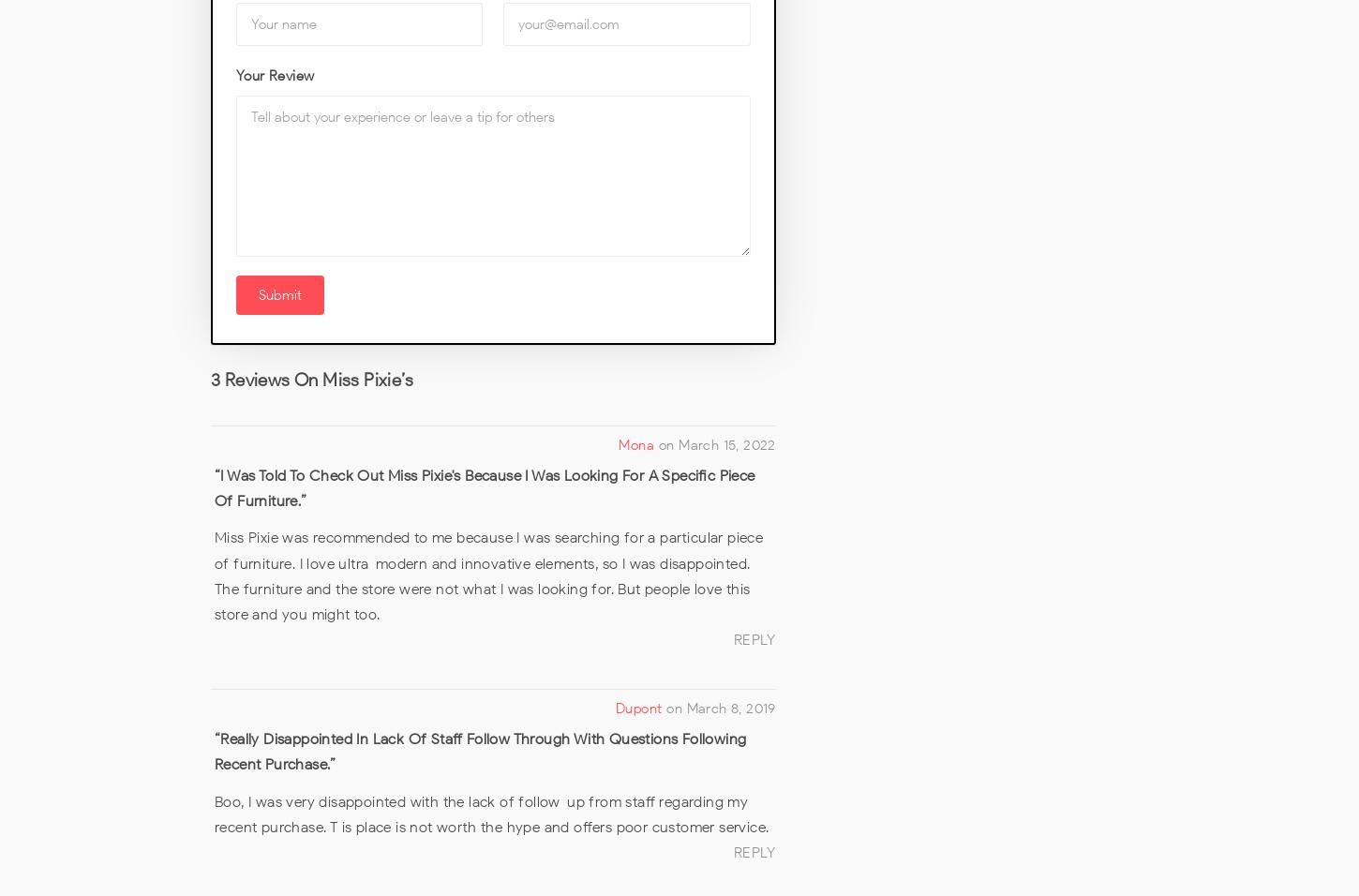 The width and height of the screenshot is (1359, 896). What do you see at coordinates (720, 708) in the screenshot?
I see `'on March 8, 2019'` at bounding box center [720, 708].